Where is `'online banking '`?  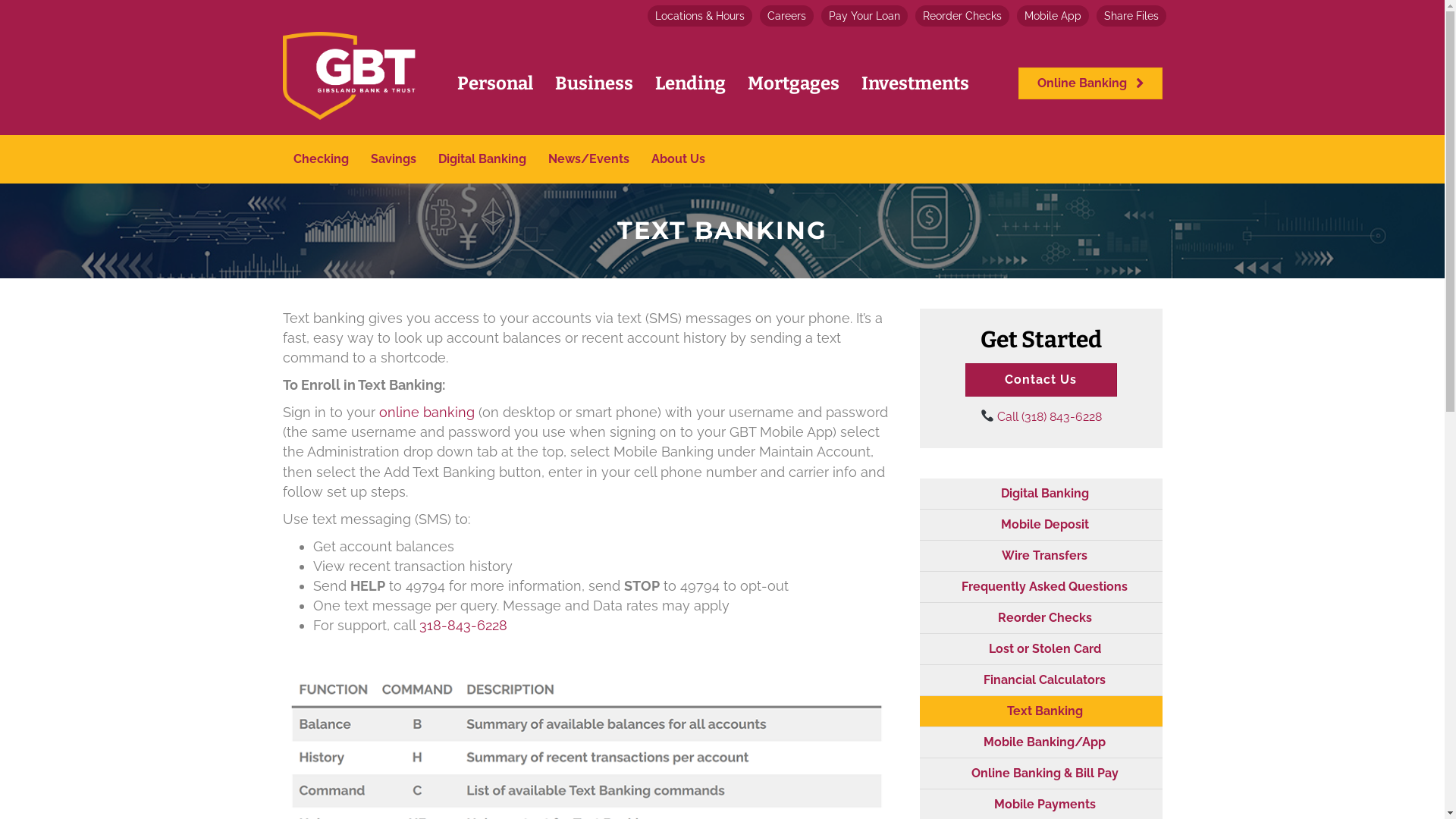
'online banking ' is located at coordinates (378, 412).